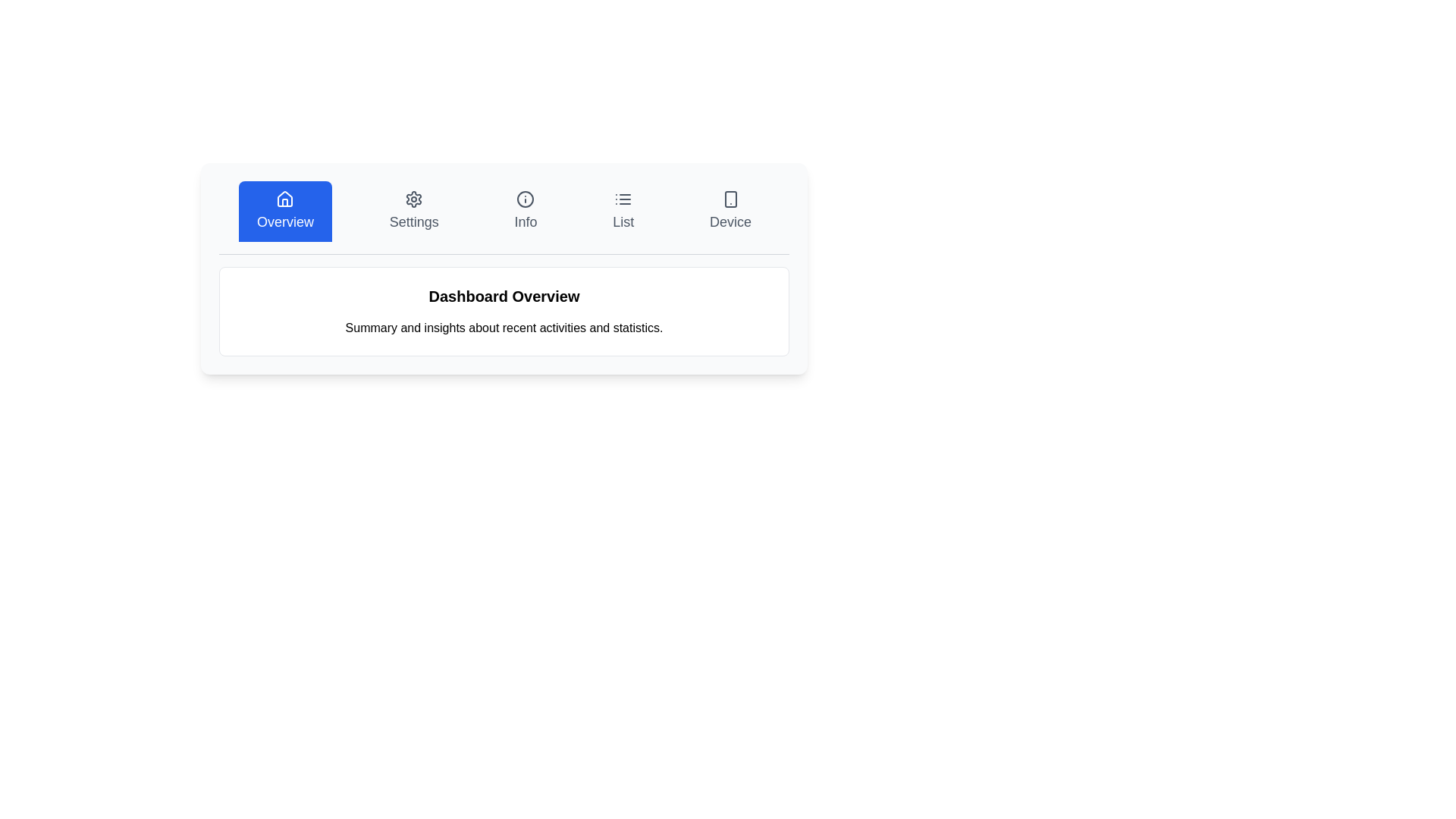  Describe the element at coordinates (285, 198) in the screenshot. I see `the home icon located in the top navigation section, specifically within the 'Overview' tab that is highlighted with a blue background` at that location.